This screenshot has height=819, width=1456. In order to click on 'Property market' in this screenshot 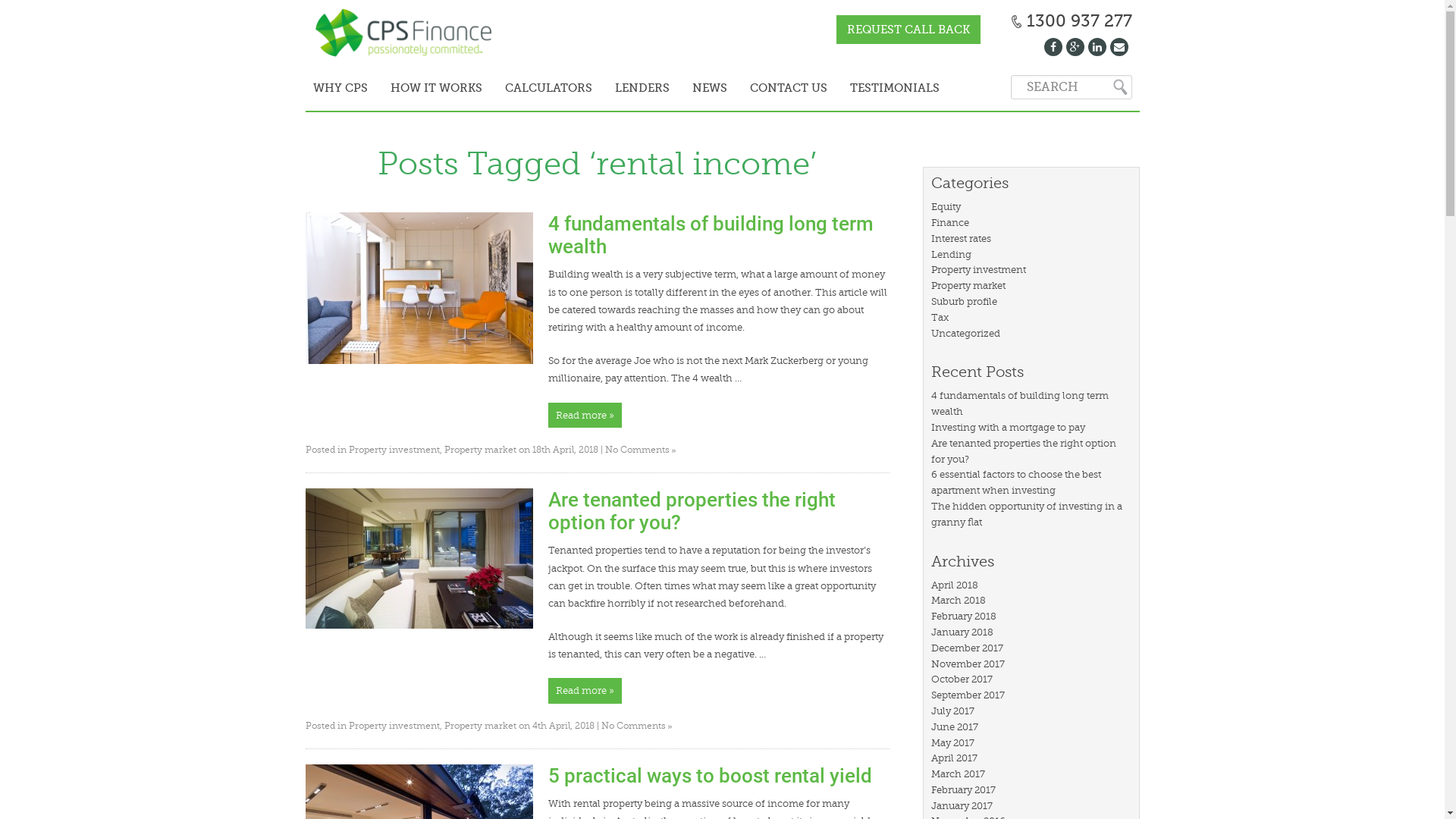, I will do `click(479, 724)`.